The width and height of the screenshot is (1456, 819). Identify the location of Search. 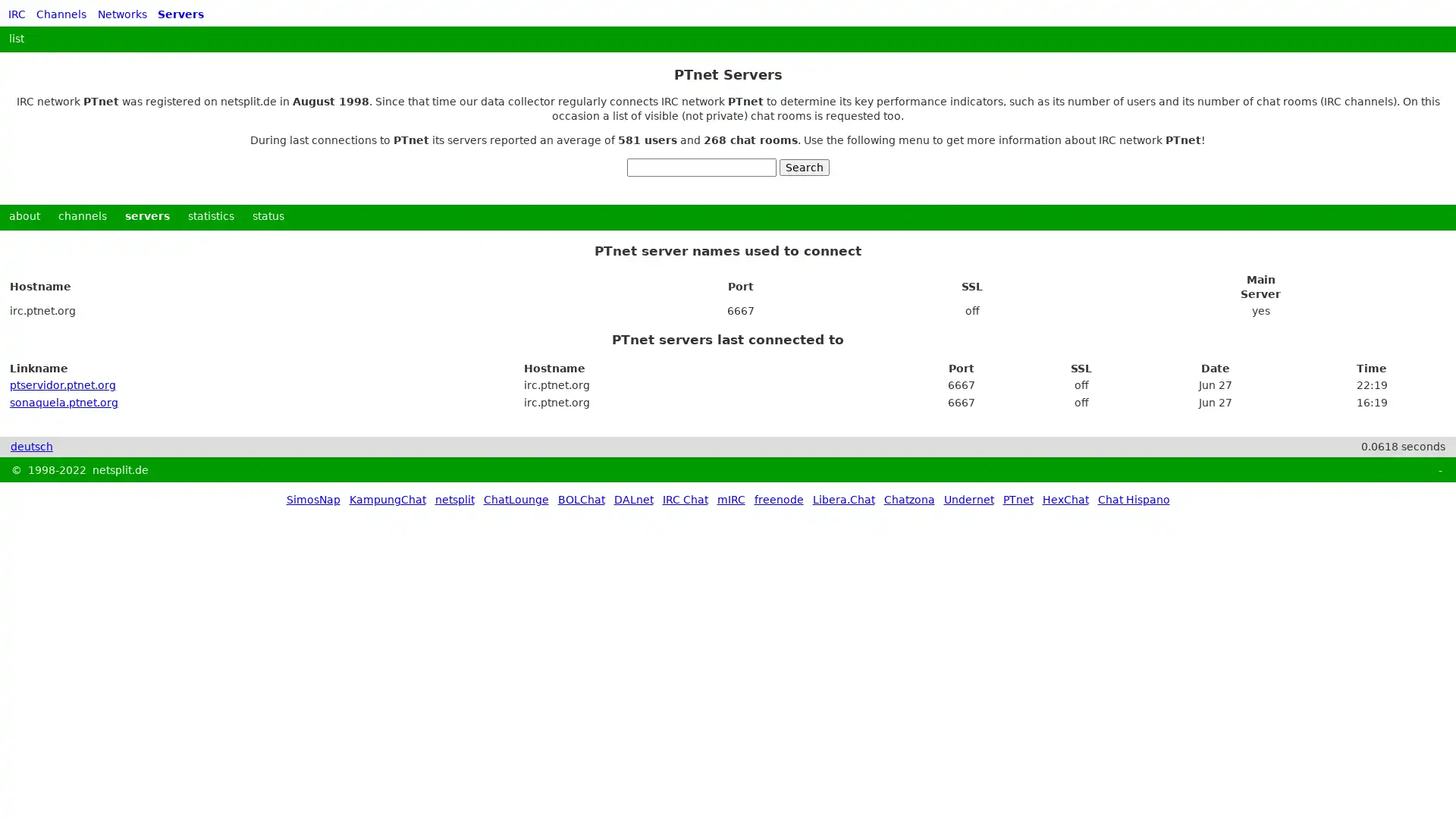
(803, 166).